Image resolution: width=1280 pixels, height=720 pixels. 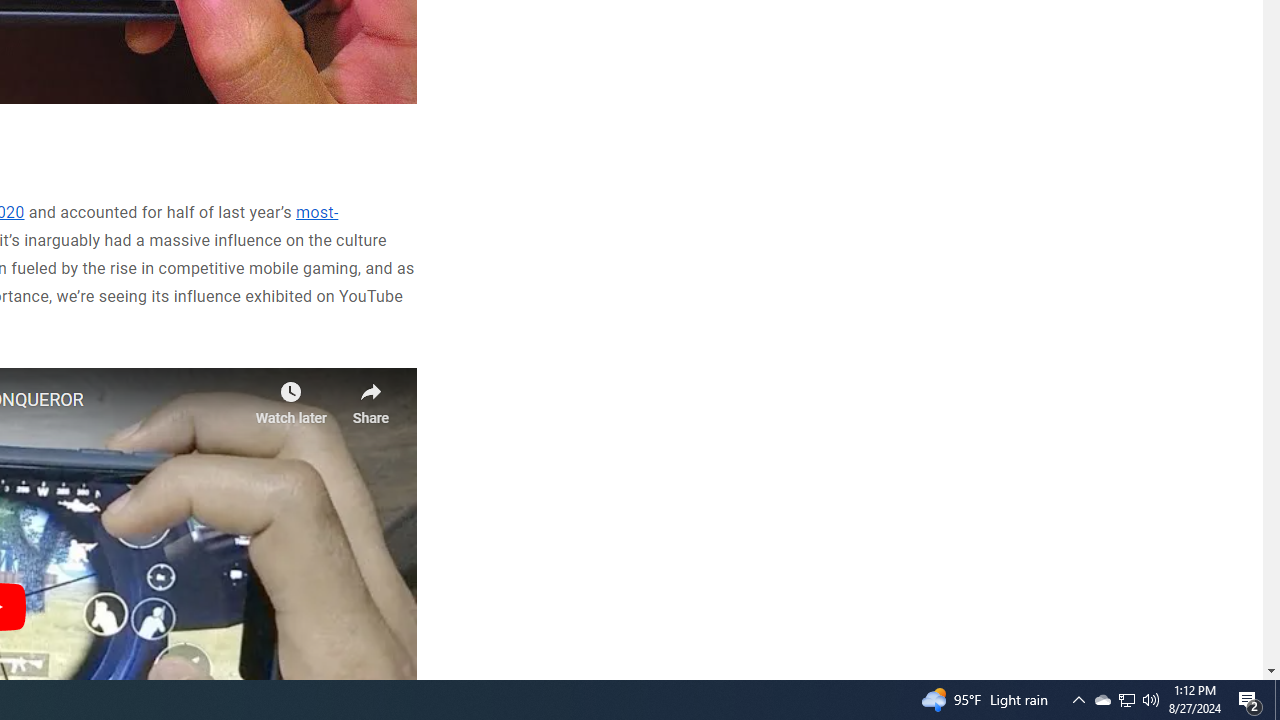 I want to click on 'Watch later', so click(x=289, y=397).